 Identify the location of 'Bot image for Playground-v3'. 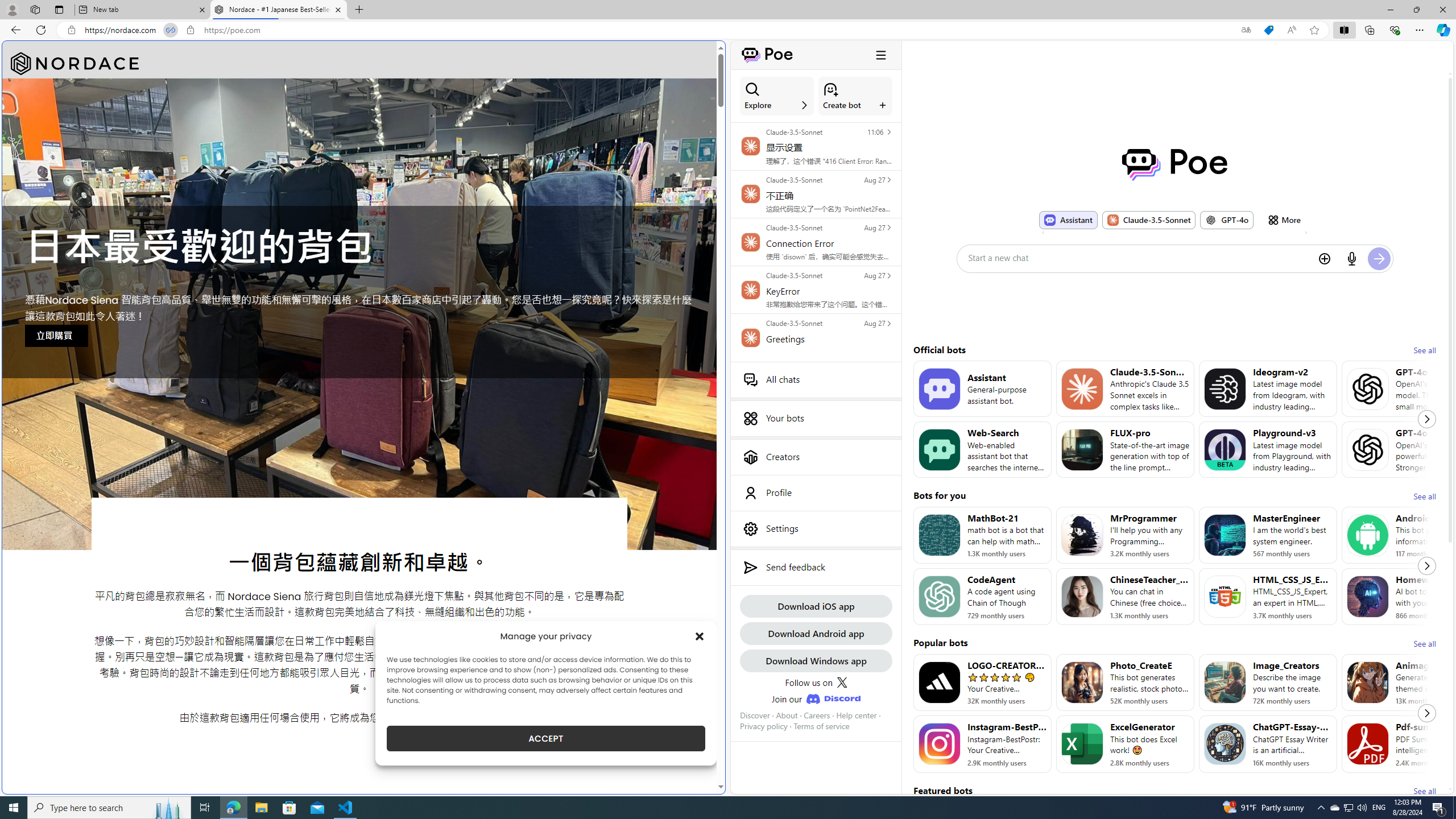
(1224, 449).